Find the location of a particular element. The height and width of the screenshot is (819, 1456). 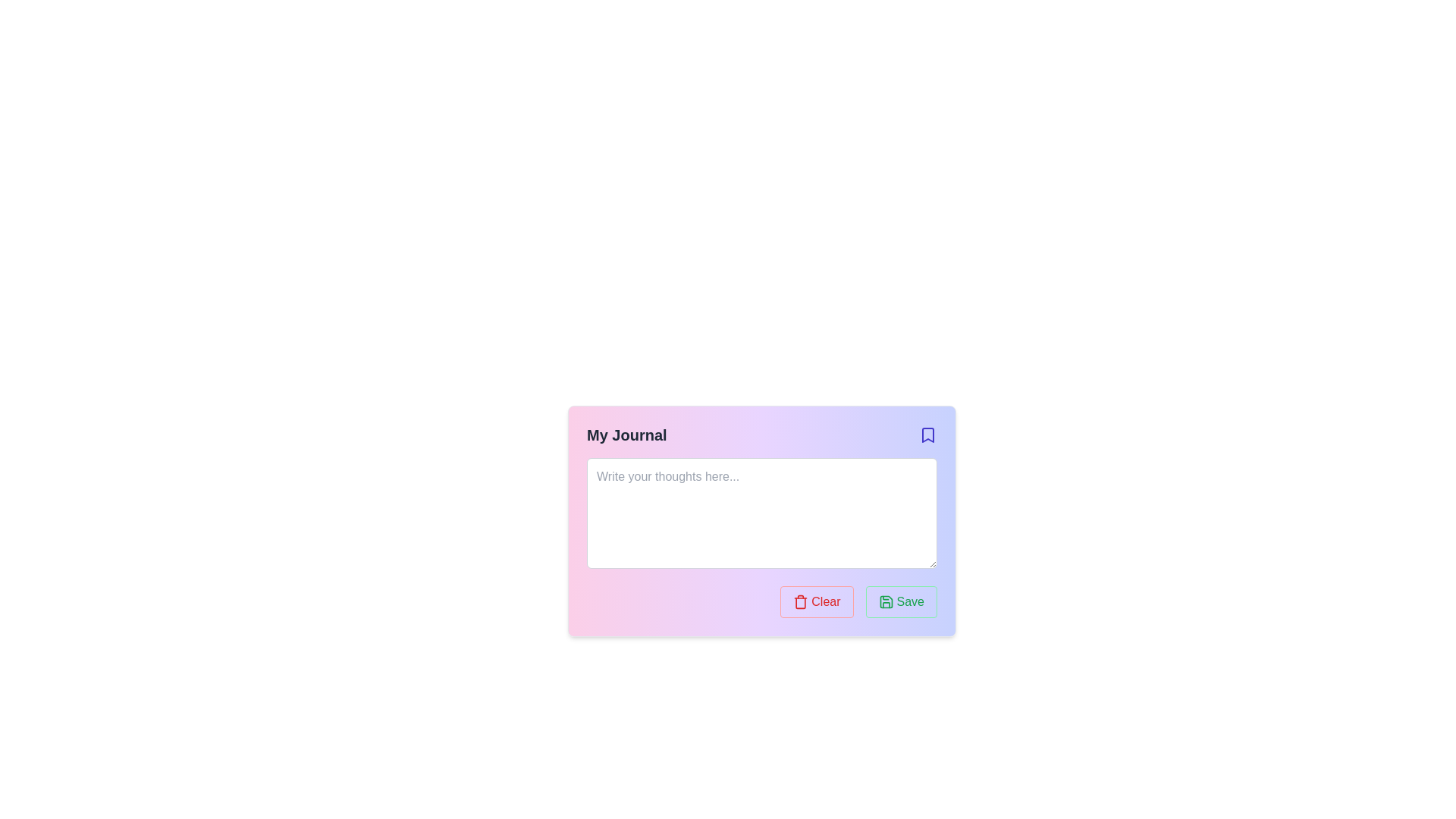

the 'Save' button icon located at the bottom-right corner of the card is located at coordinates (886, 601).